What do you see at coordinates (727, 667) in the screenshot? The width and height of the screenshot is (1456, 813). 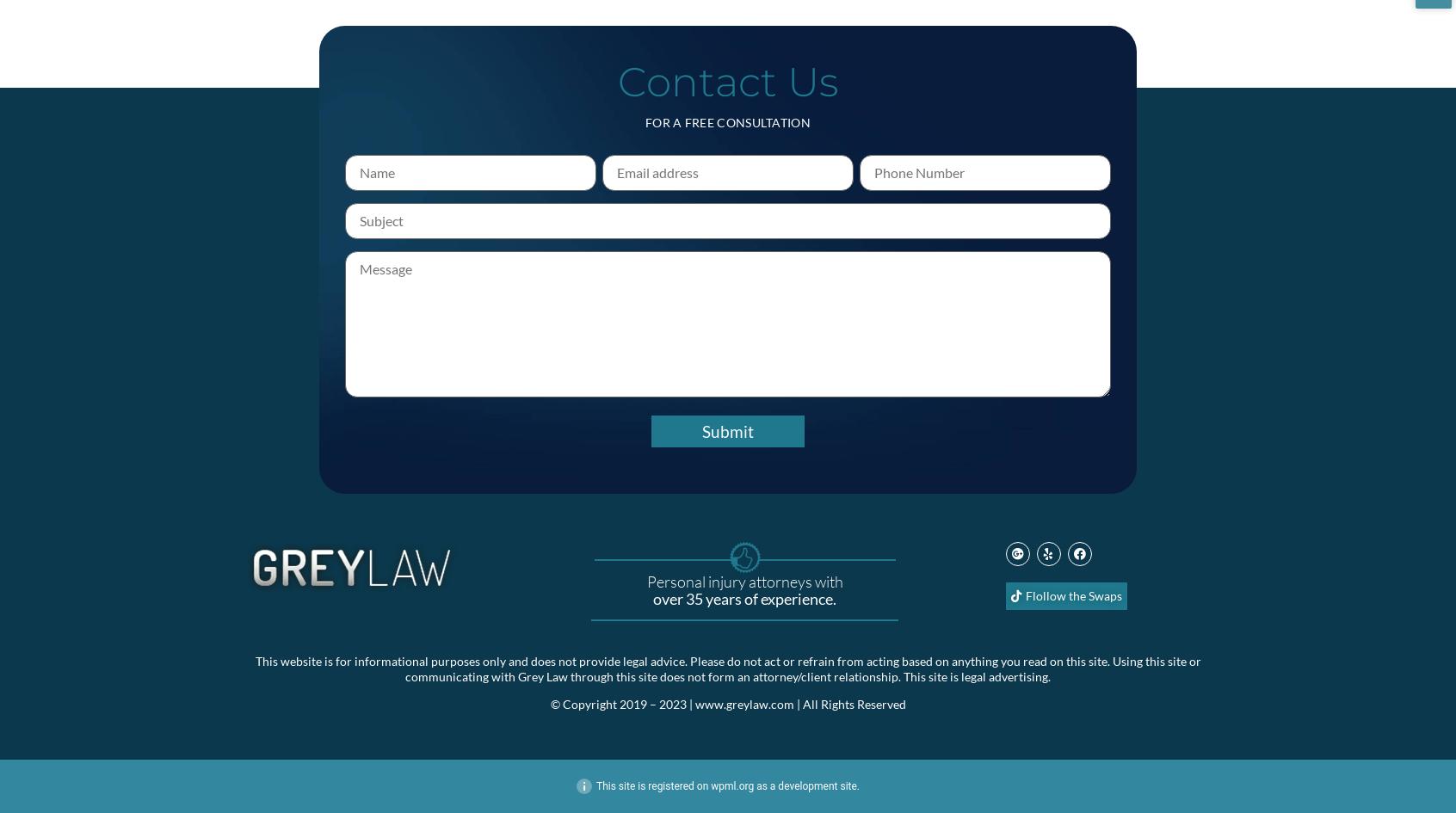 I see `'This website is for informational purposes only and does not provide legal advice. Please do not act or refrain from acting based on anything you read on this site. Using this site or communicating with Grey Law through this site does not form an attorney/client relationship. This site is legal advertising.'` at bounding box center [727, 667].